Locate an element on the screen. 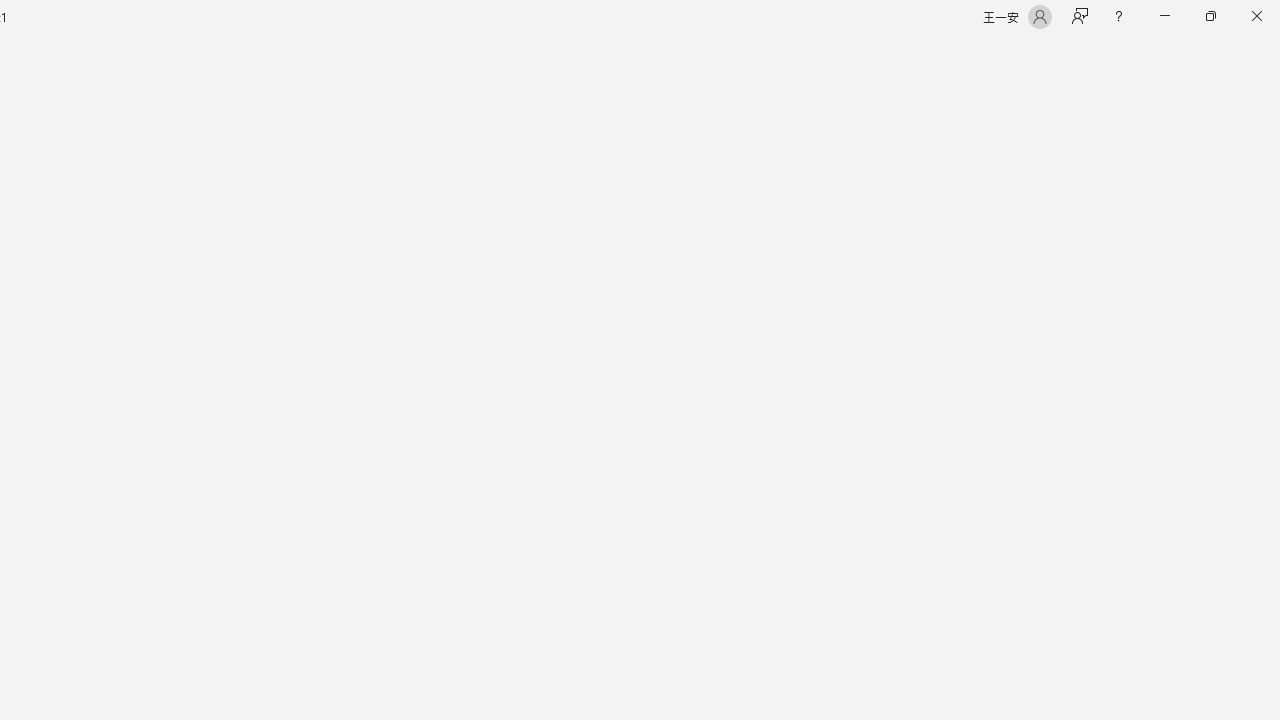 The width and height of the screenshot is (1280, 720). 'Help' is located at coordinates (1117, 16).